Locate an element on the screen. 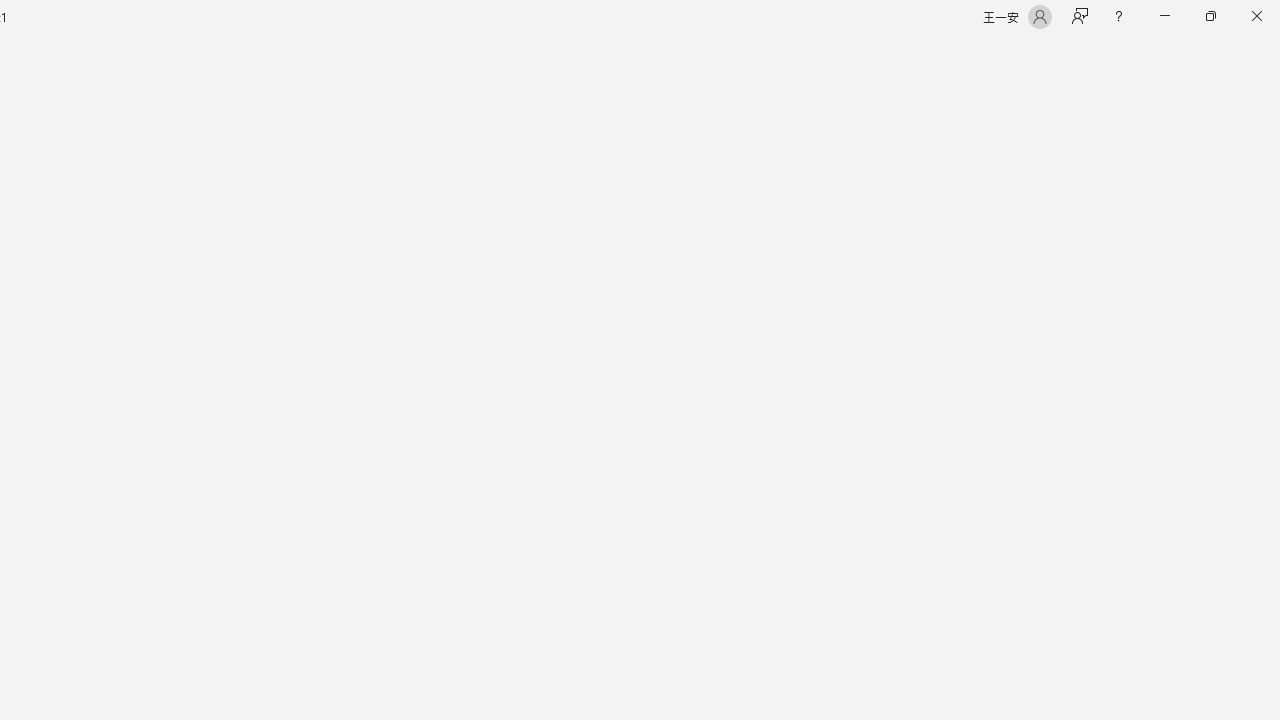 The width and height of the screenshot is (1280, 720). 'Help' is located at coordinates (1117, 16).